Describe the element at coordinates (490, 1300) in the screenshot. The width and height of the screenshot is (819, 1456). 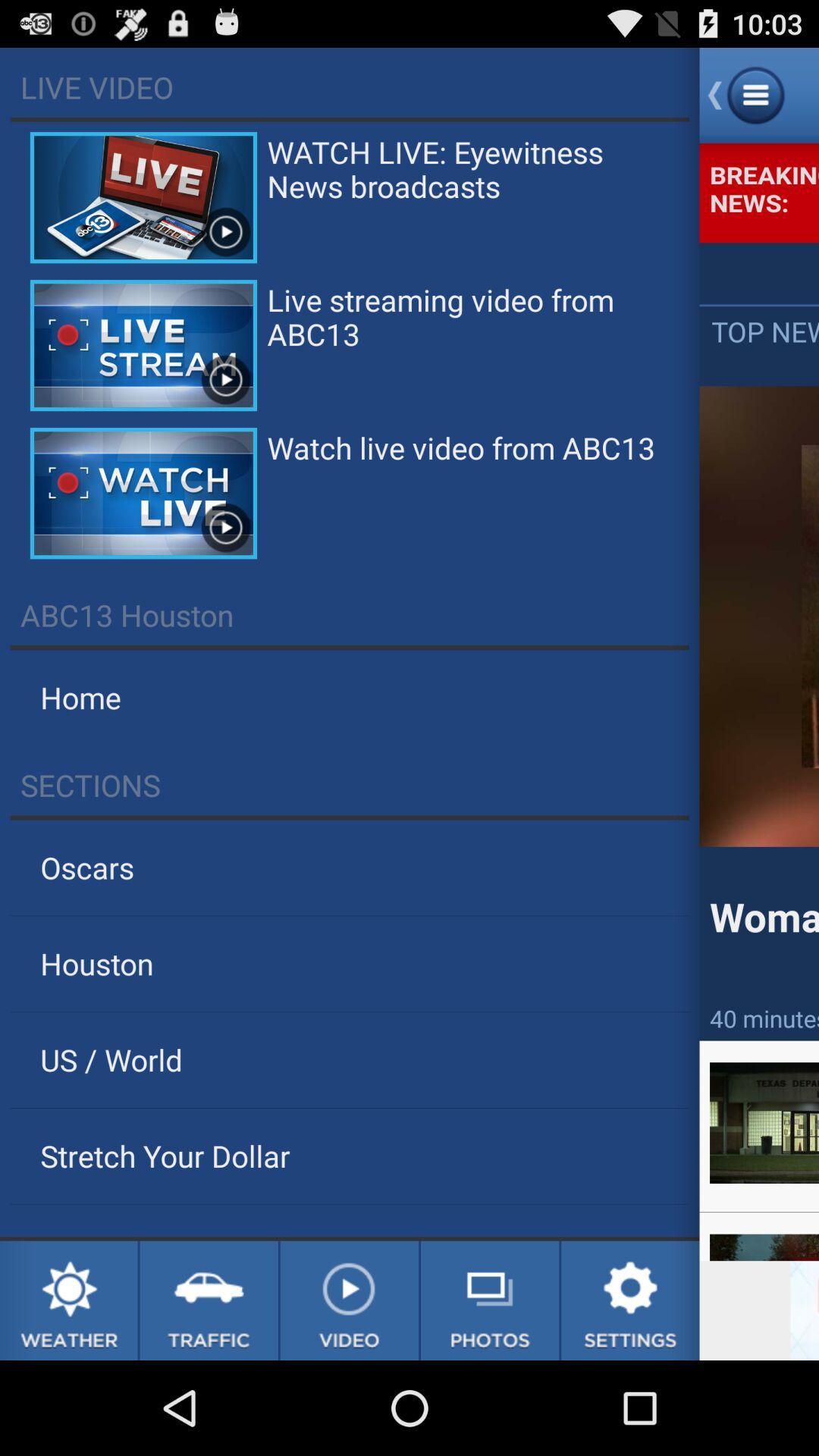
I see `open photos` at that location.